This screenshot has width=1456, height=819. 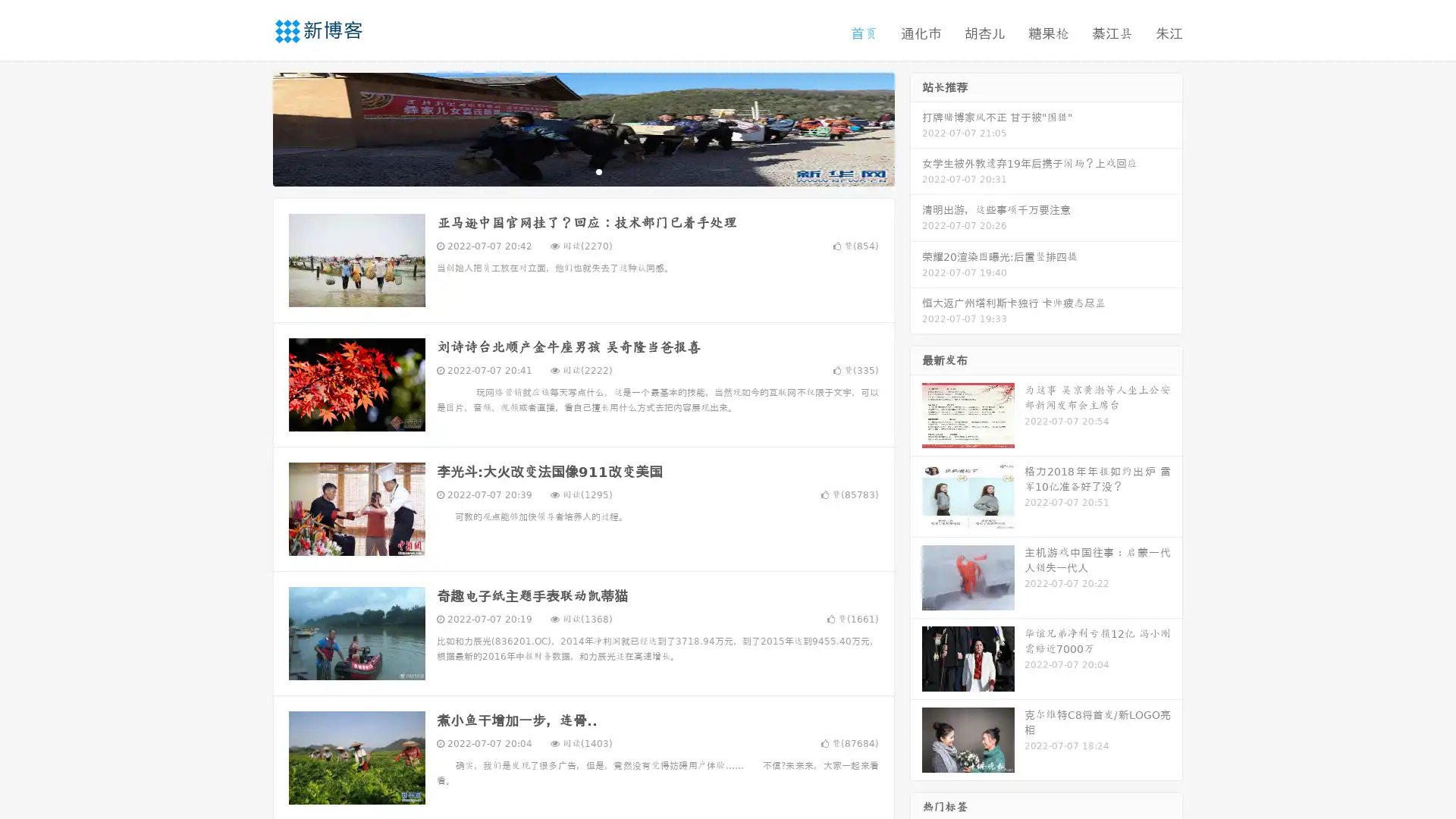 What do you see at coordinates (916, 127) in the screenshot?
I see `Next slide` at bounding box center [916, 127].